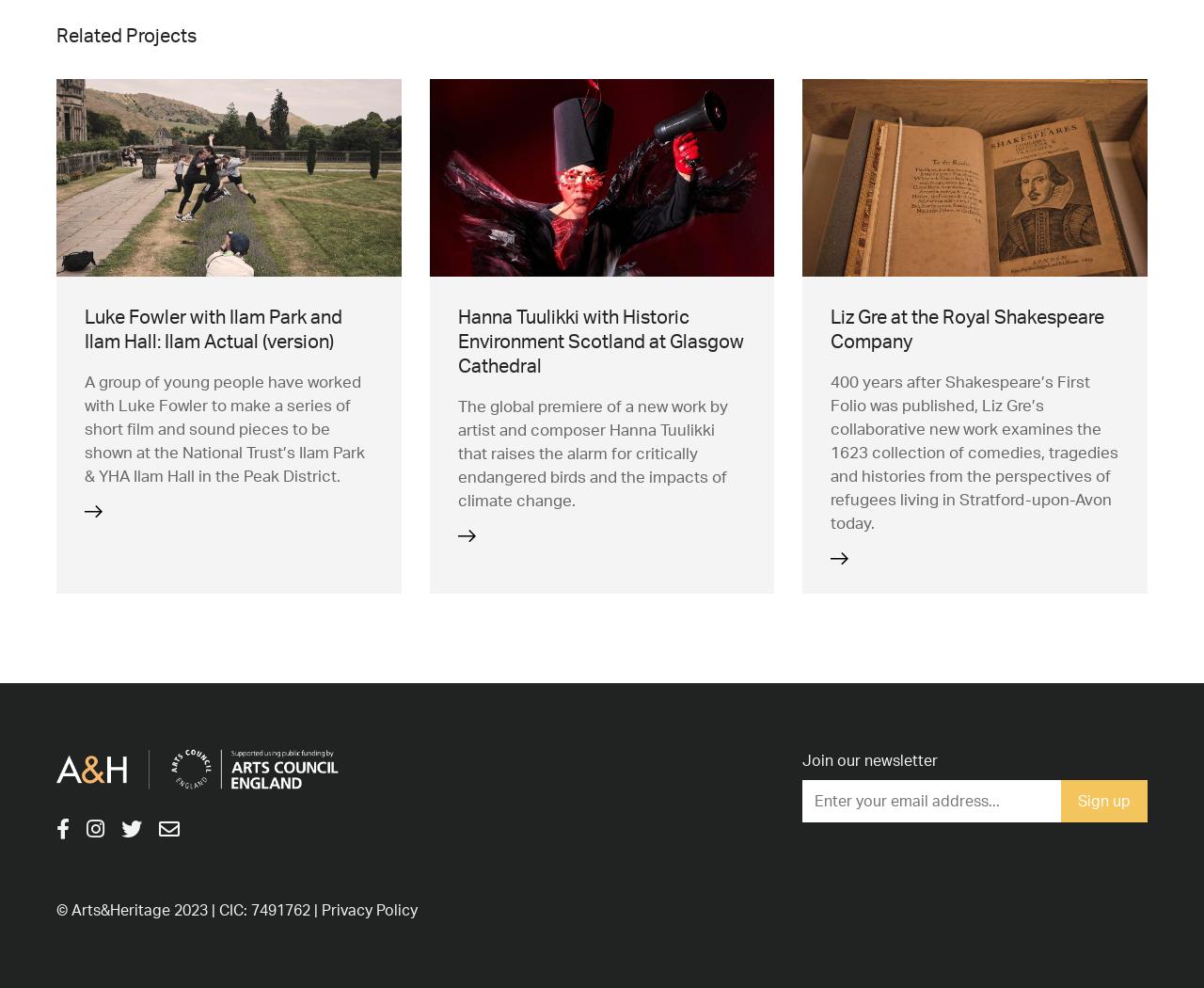 This screenshot has height=988, width=1204. Describe the element at coordinates (224, 427) in the screenshot. I see `'A group of young people have worked with Luke Fowler to make a series of short film and sound pieces to be shown at the National Trust’s Ilam Park & YHA Ilam Hall in the Peak District.'` at that location.